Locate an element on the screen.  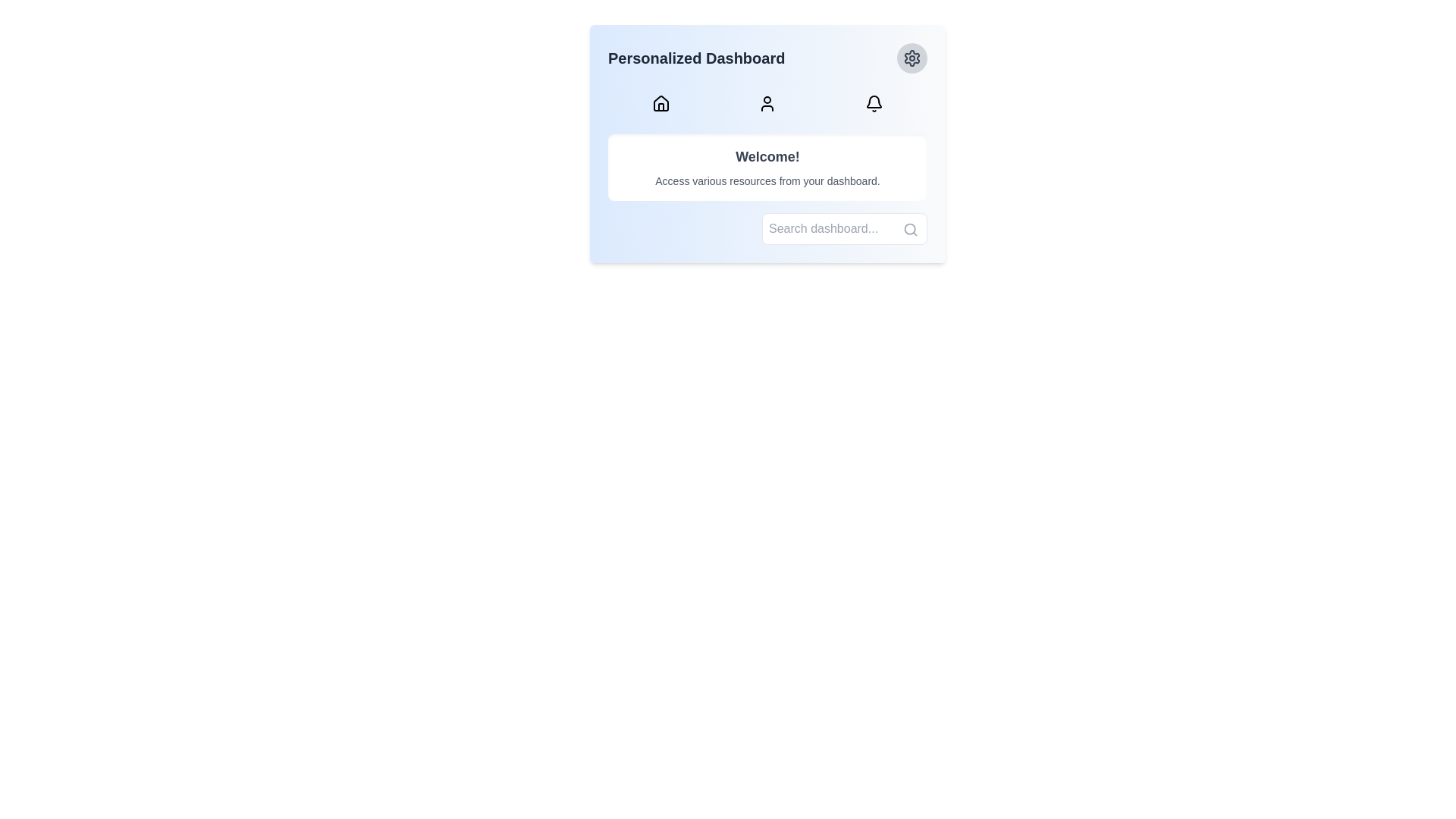
the interactive user icon button, which is the second in a group of three icons is located at coordinates (767, 103).